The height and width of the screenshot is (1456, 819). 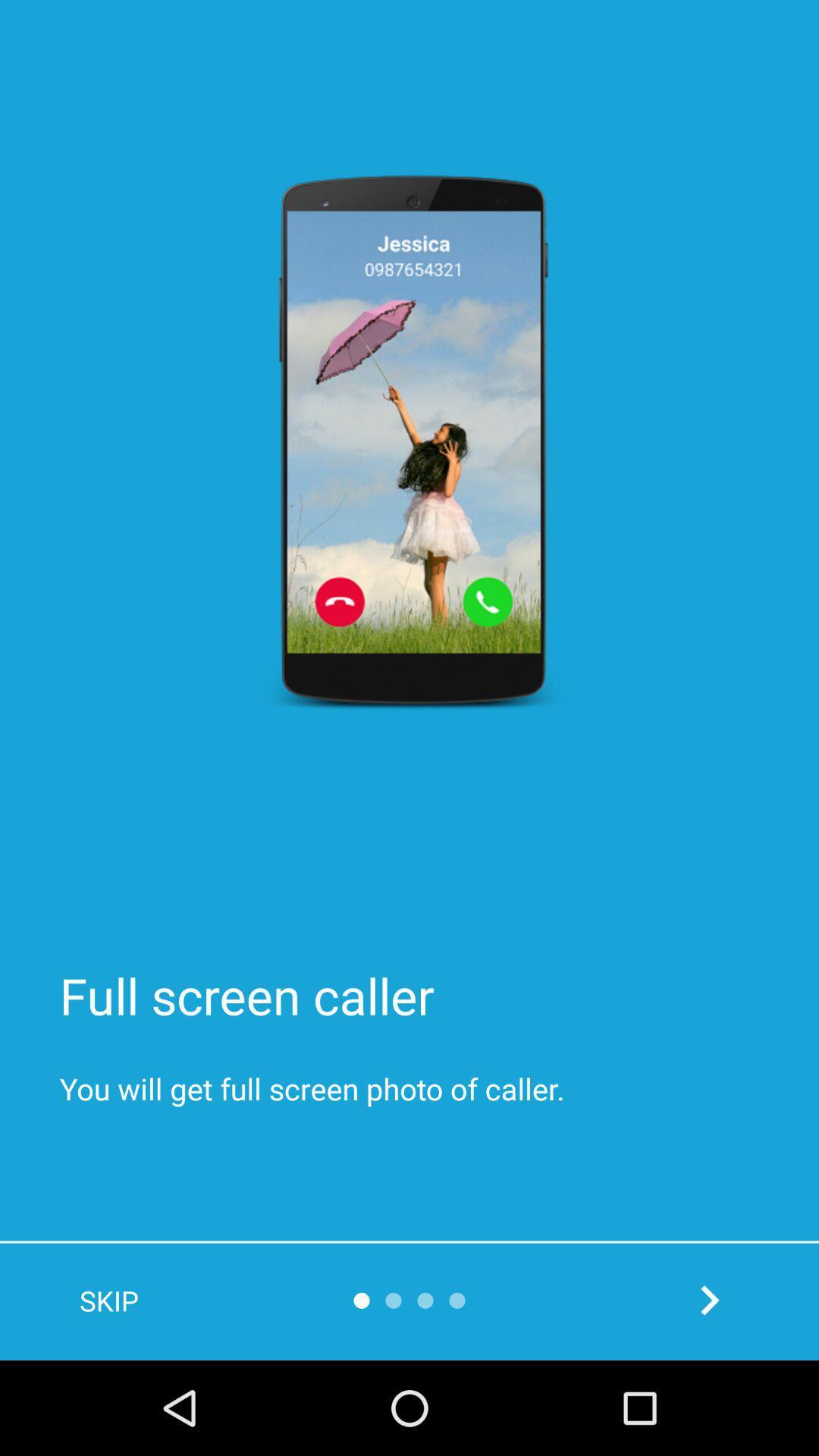 I want to click on next page, so click(x=709, y=1299).